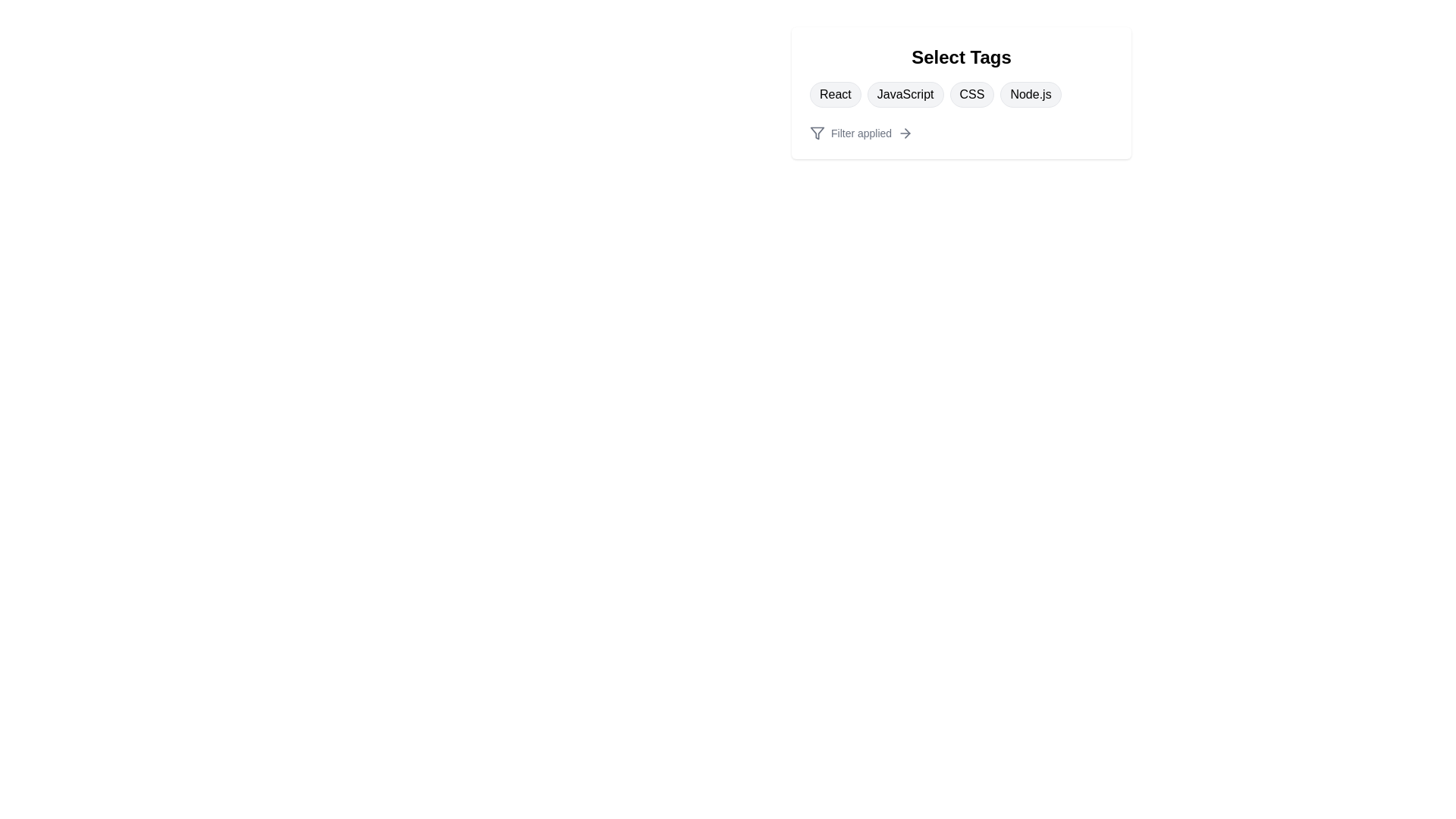 This screenshot has width=1456, height=819. I want to click on the filter icon, which is a stylized funnel with a wireframe appearance located at the leftmost part of the 'Filter applied' section, so click(817, 133).